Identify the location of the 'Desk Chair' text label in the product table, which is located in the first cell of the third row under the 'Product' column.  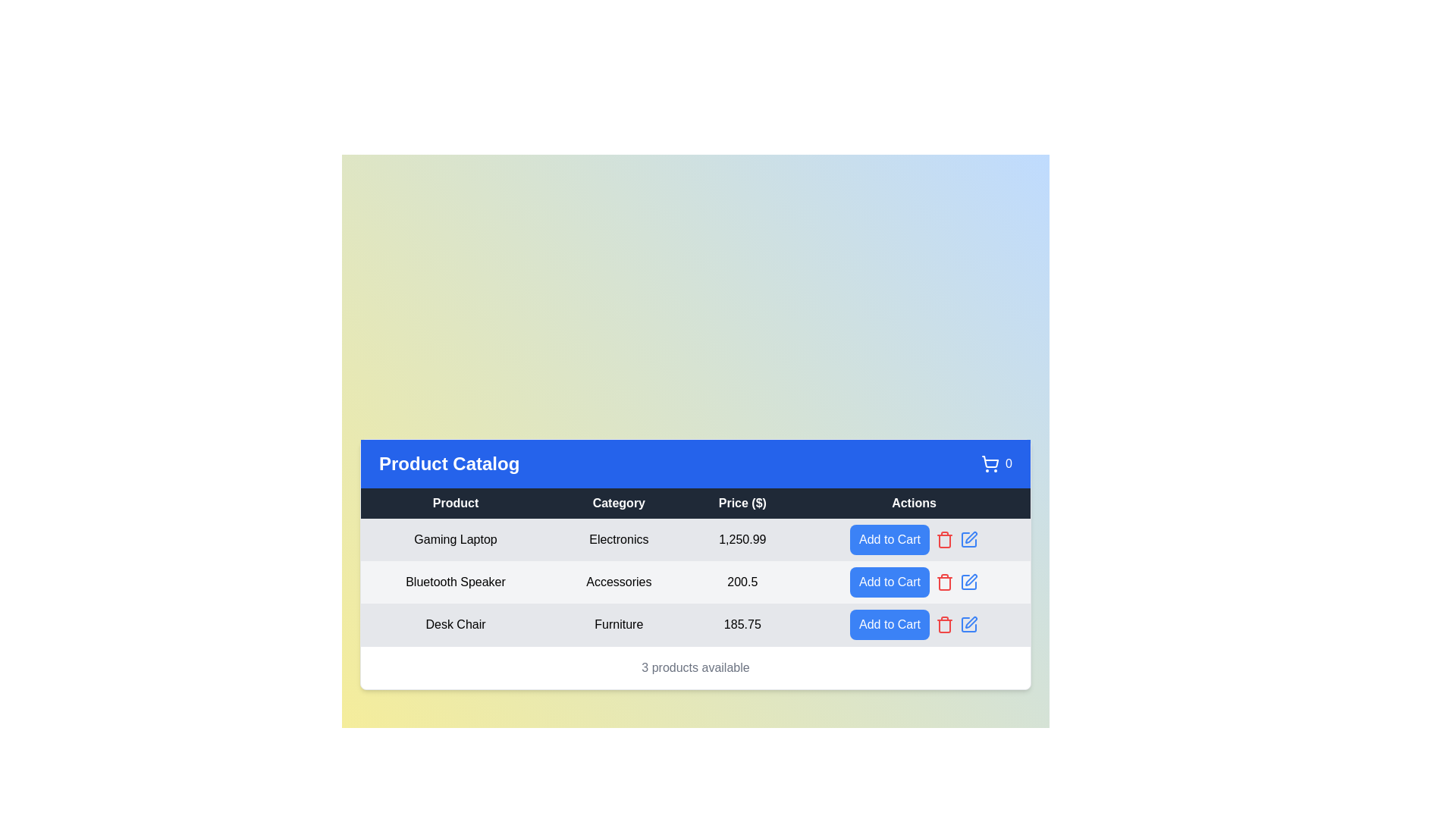
(454, 624).